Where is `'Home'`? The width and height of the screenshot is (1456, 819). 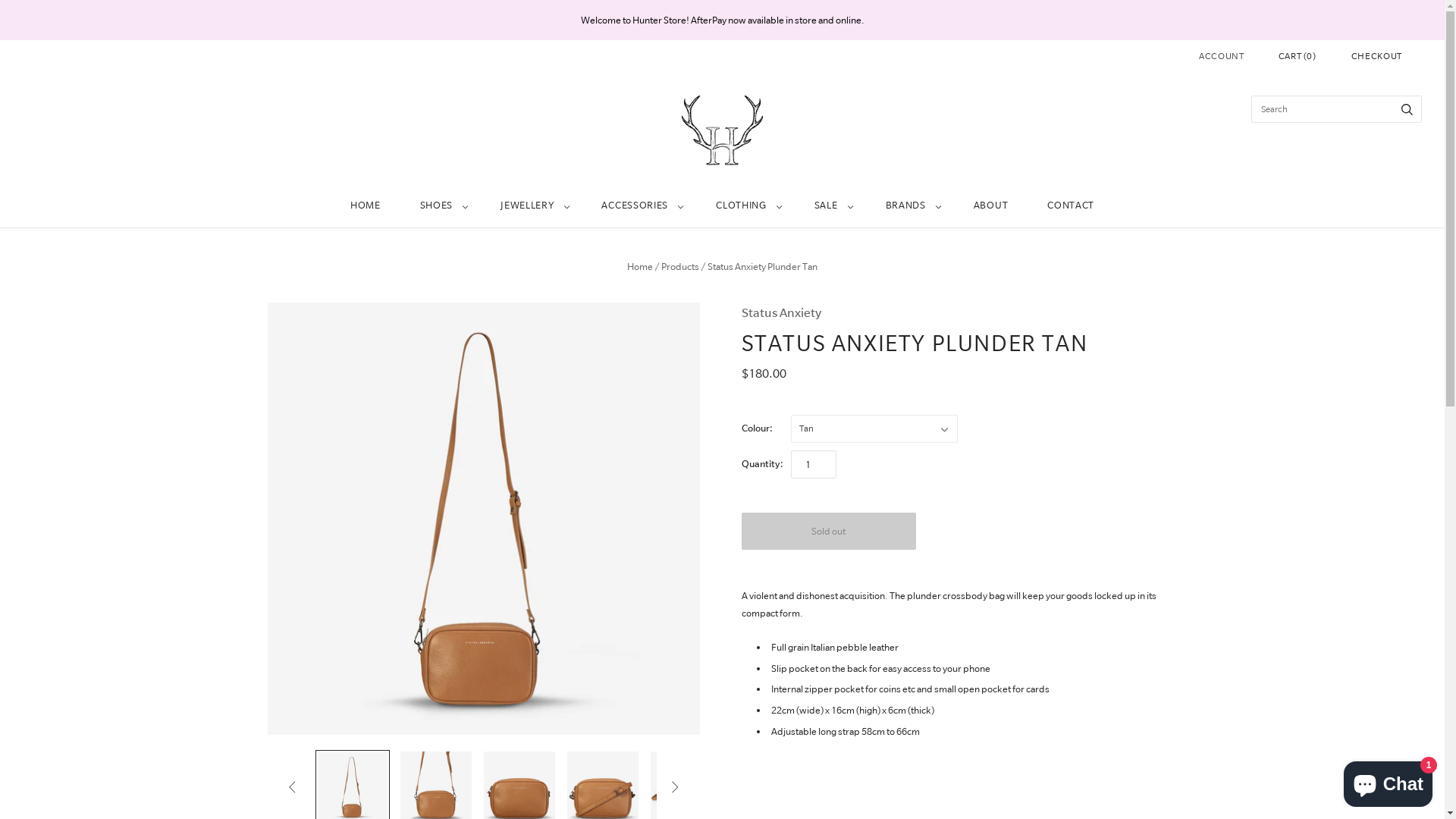 'Home' is located at coordinates (640, 265).